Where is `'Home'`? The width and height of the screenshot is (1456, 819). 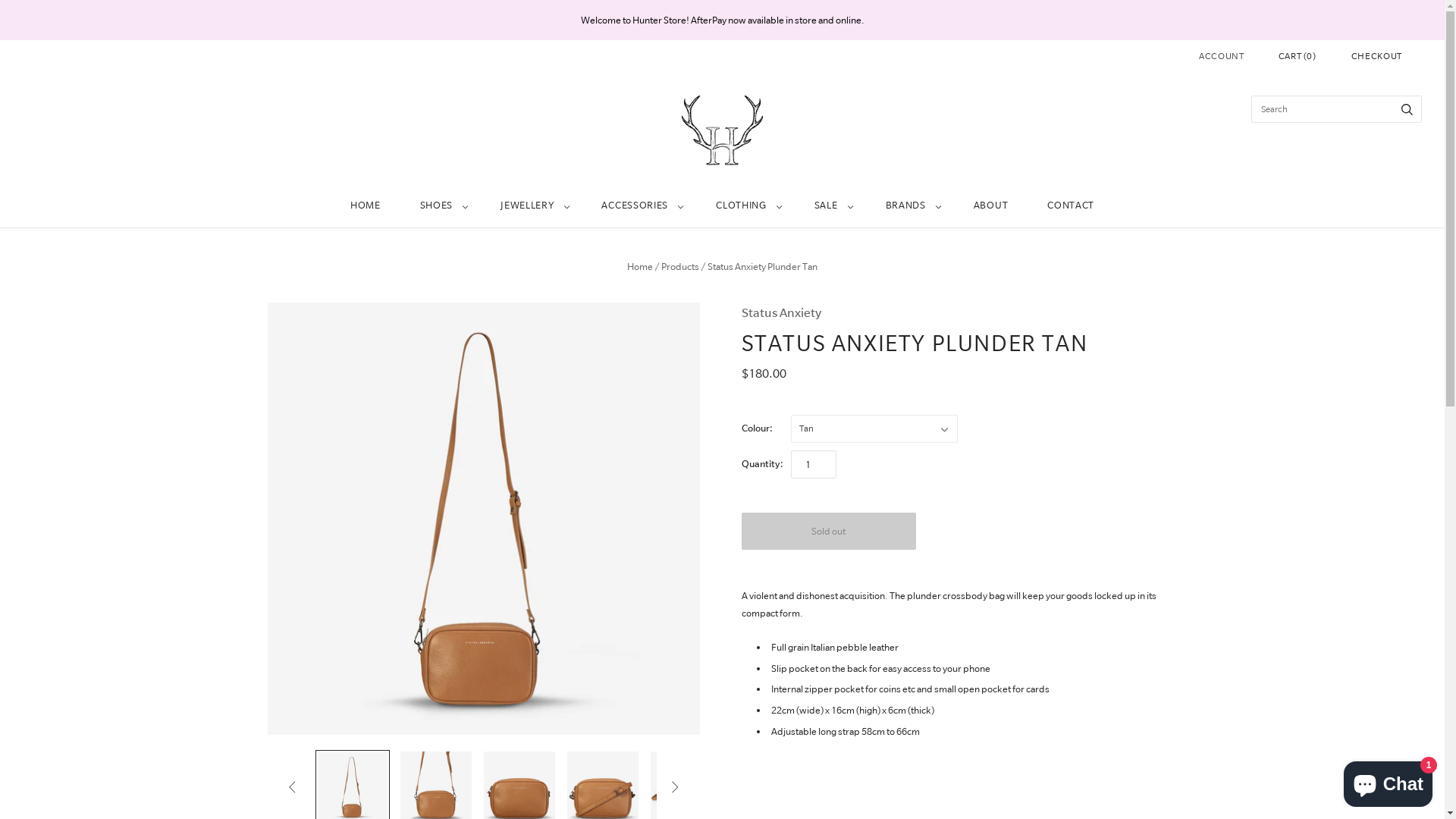 'Home' is located at coordinates (640, 265).